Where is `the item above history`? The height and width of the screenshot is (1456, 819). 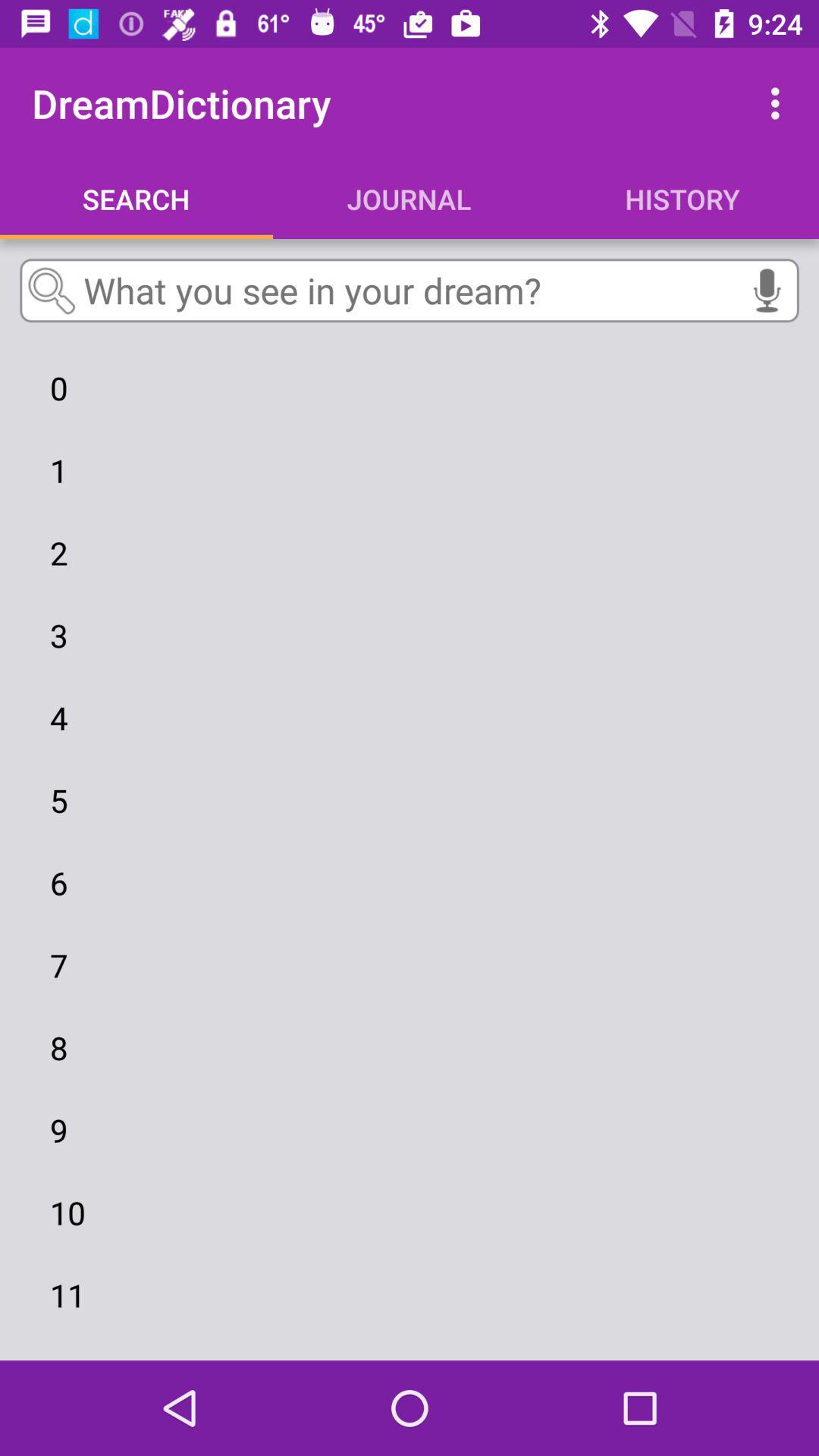 the item above history is located at coordinates (779, 102).